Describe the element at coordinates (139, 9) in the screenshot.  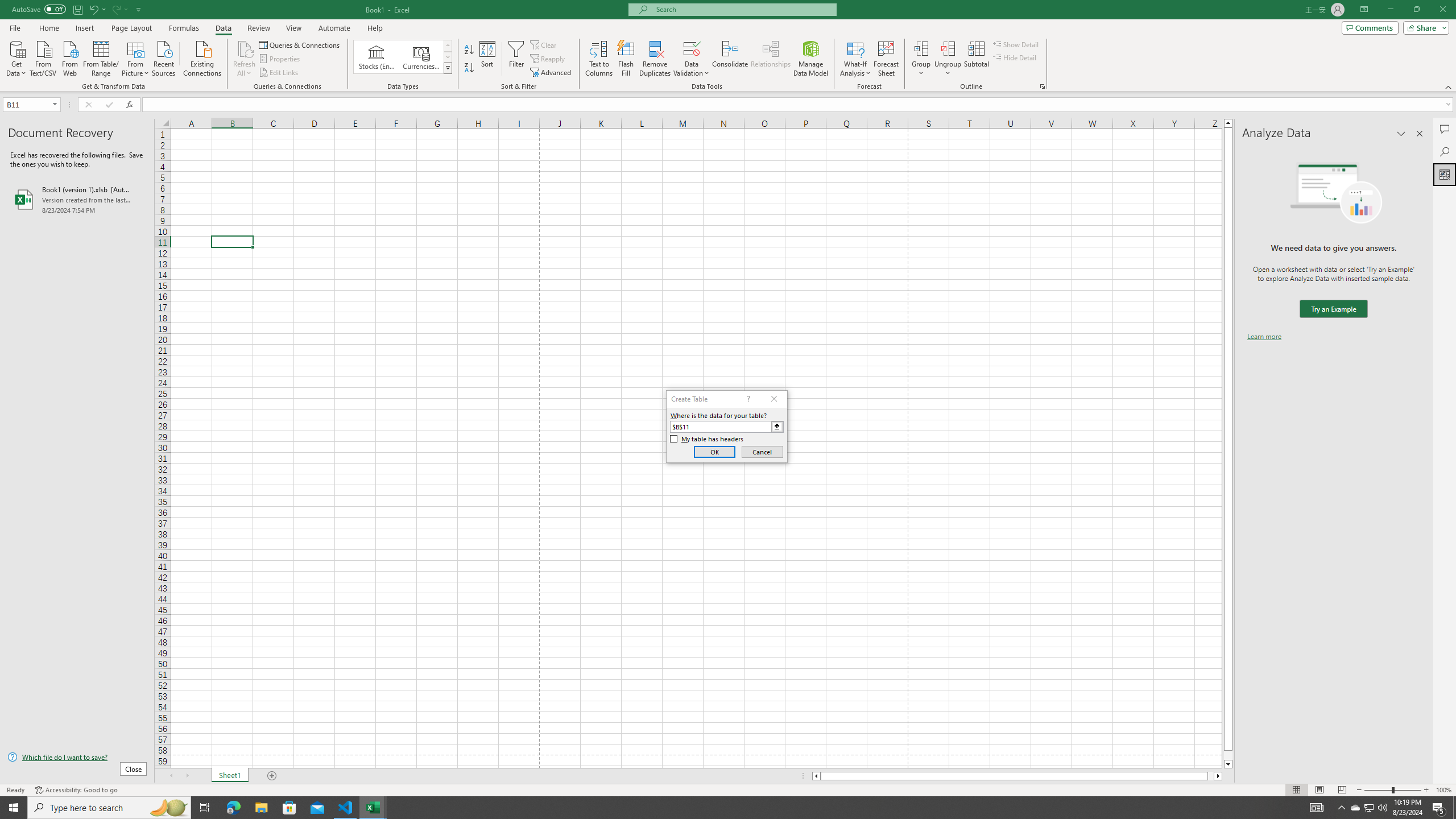
I see `'Customize Quick Access Toolbar'` at that location.